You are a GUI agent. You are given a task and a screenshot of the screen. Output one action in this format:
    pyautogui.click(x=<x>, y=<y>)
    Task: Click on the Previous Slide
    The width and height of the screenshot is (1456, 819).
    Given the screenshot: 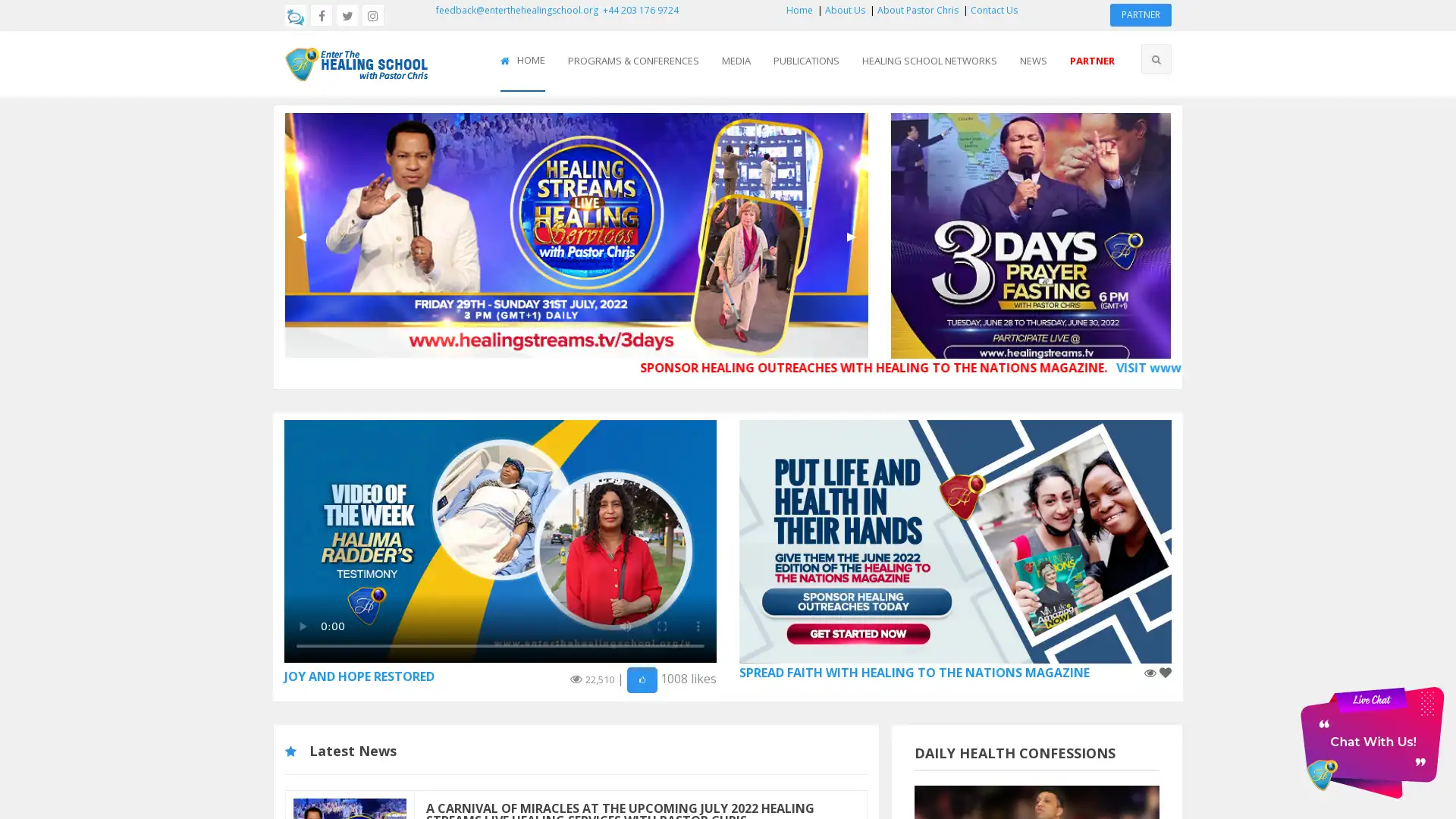 What is the action you would take?
    pyautogui.click(x=302, y=236)
    